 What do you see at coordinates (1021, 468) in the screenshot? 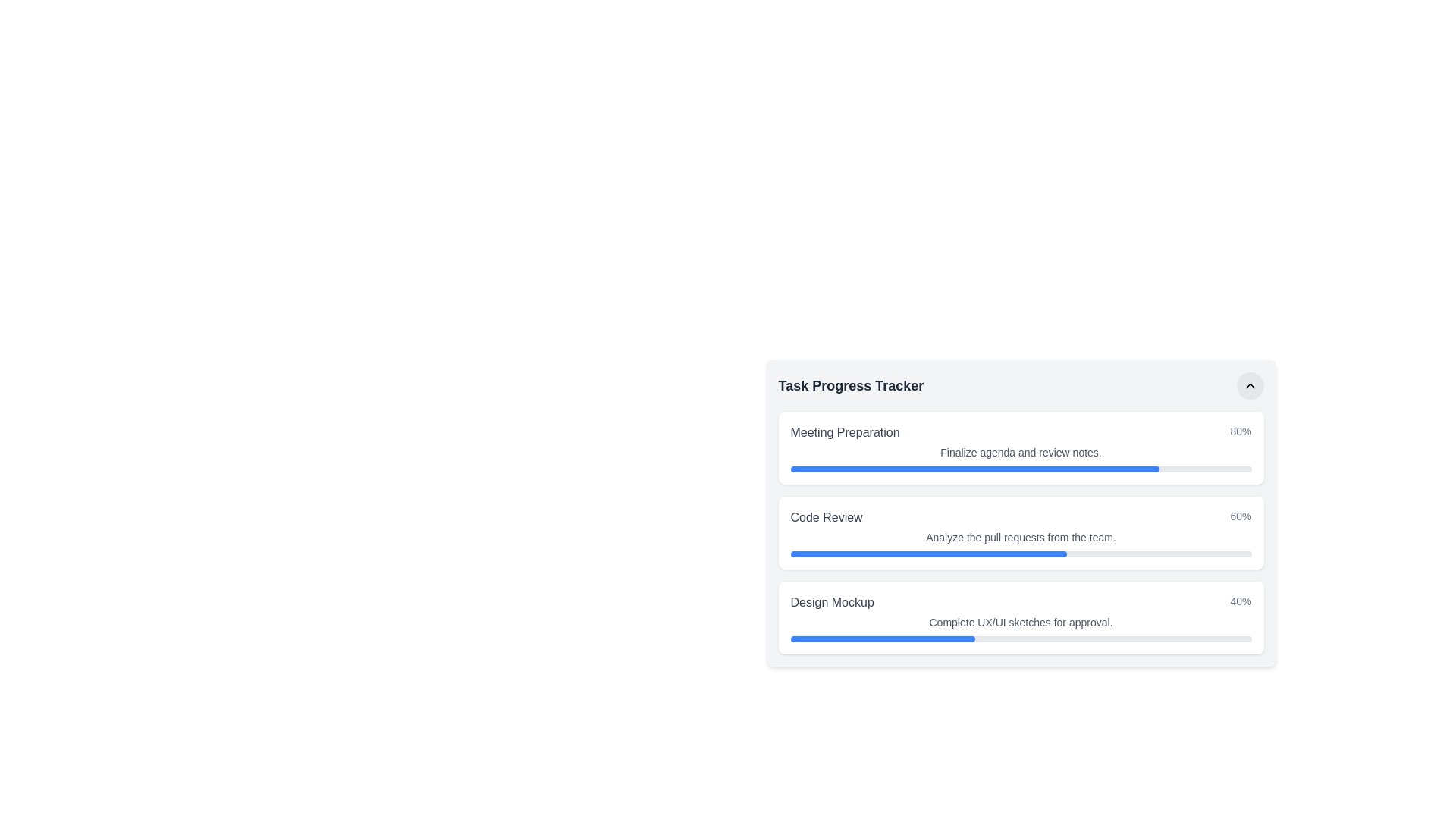
I see `the horizontal progress bar located beneath the text 'Finalize agenda and review notes.' which has a light gray background and a blue filled portion indicating progress` at bounding box center [1021, 468].